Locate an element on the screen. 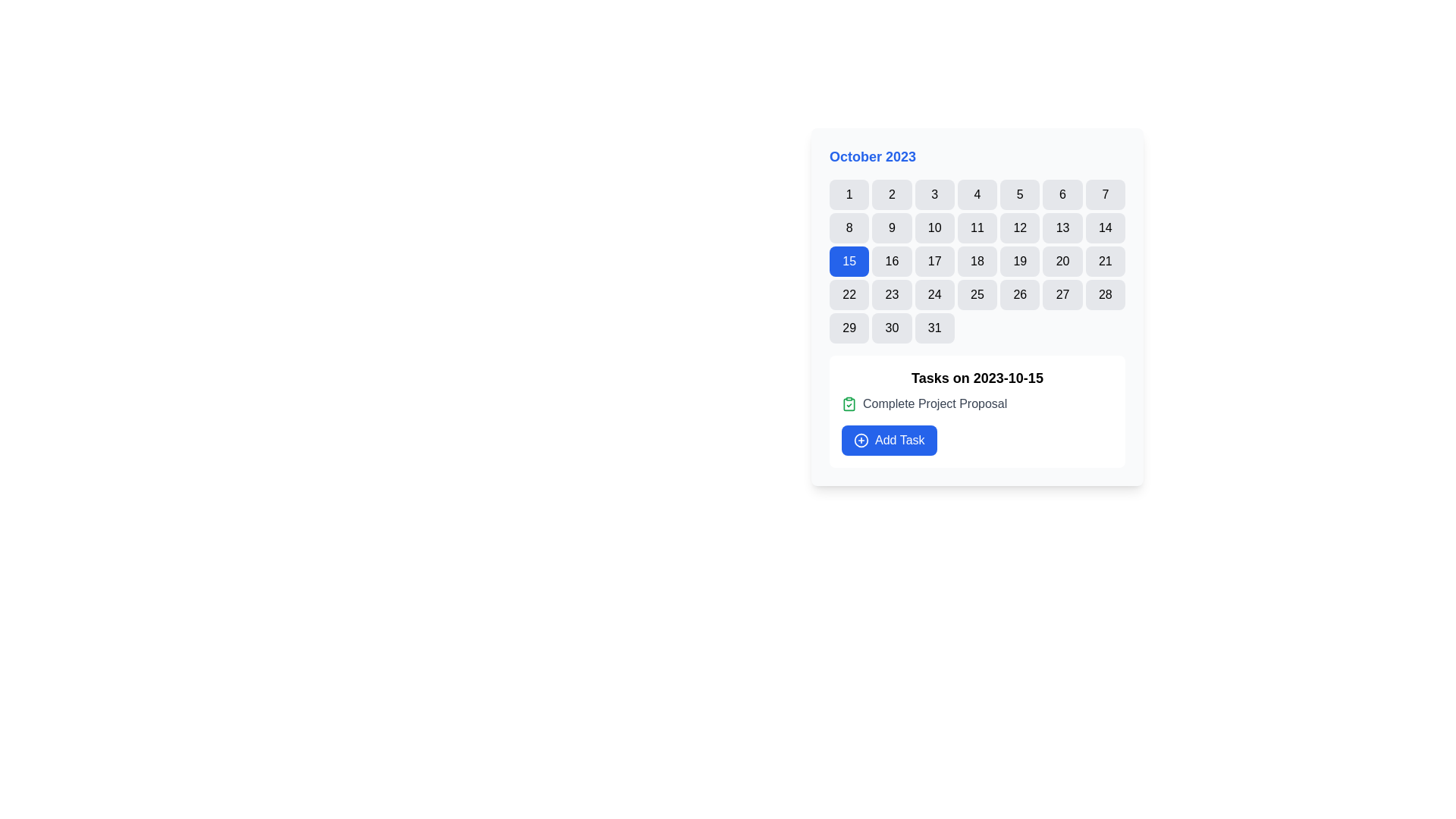 The image size is (1456, 819). the button representing the 18th day of the month in the calendar view is located at coordinates (977, 260).